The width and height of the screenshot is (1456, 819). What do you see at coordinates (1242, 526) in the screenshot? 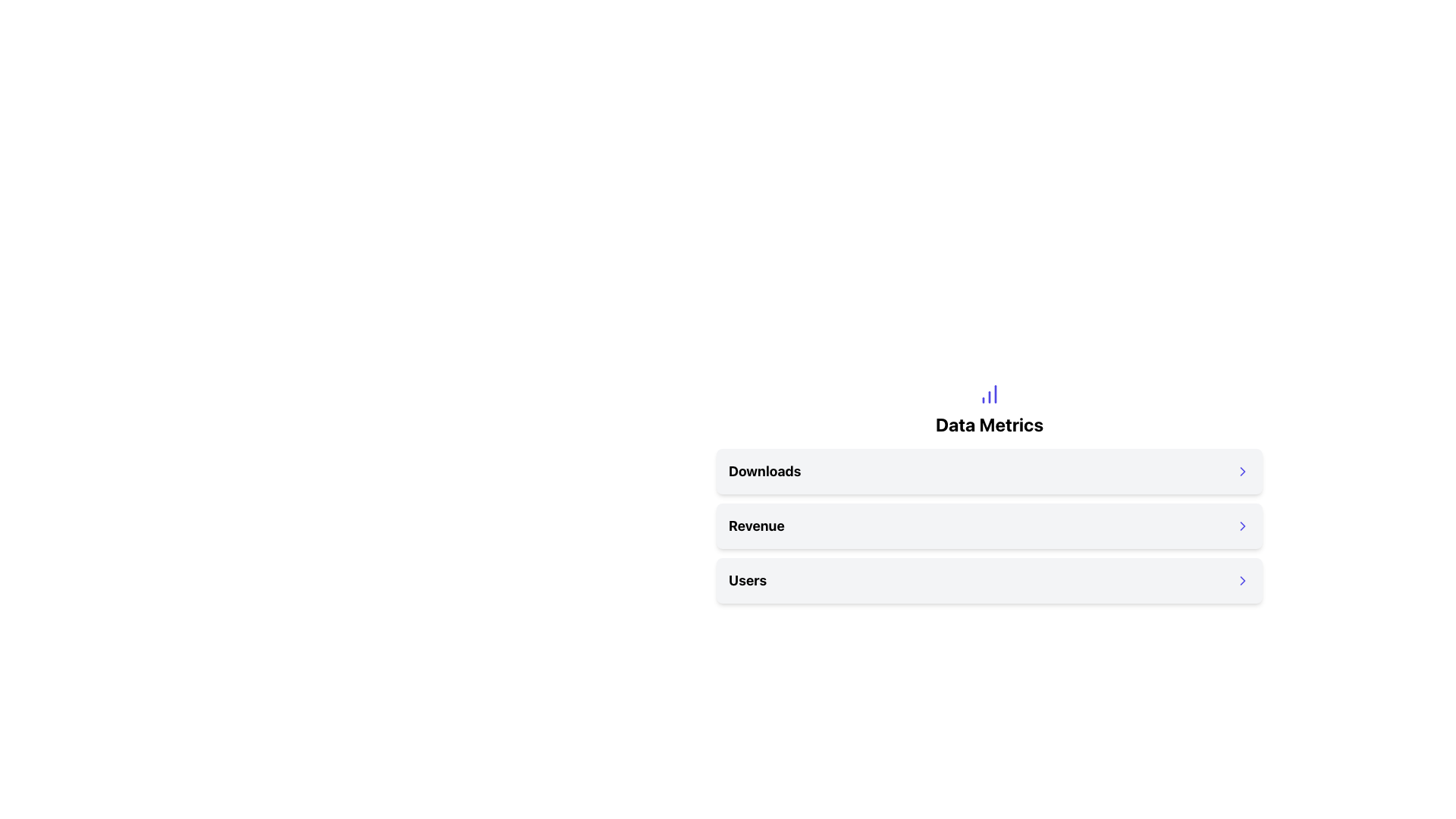
I see `the right-pointing chevron arrow icon located within the 'Revenue' list item` at bounding box center [1242, 526].